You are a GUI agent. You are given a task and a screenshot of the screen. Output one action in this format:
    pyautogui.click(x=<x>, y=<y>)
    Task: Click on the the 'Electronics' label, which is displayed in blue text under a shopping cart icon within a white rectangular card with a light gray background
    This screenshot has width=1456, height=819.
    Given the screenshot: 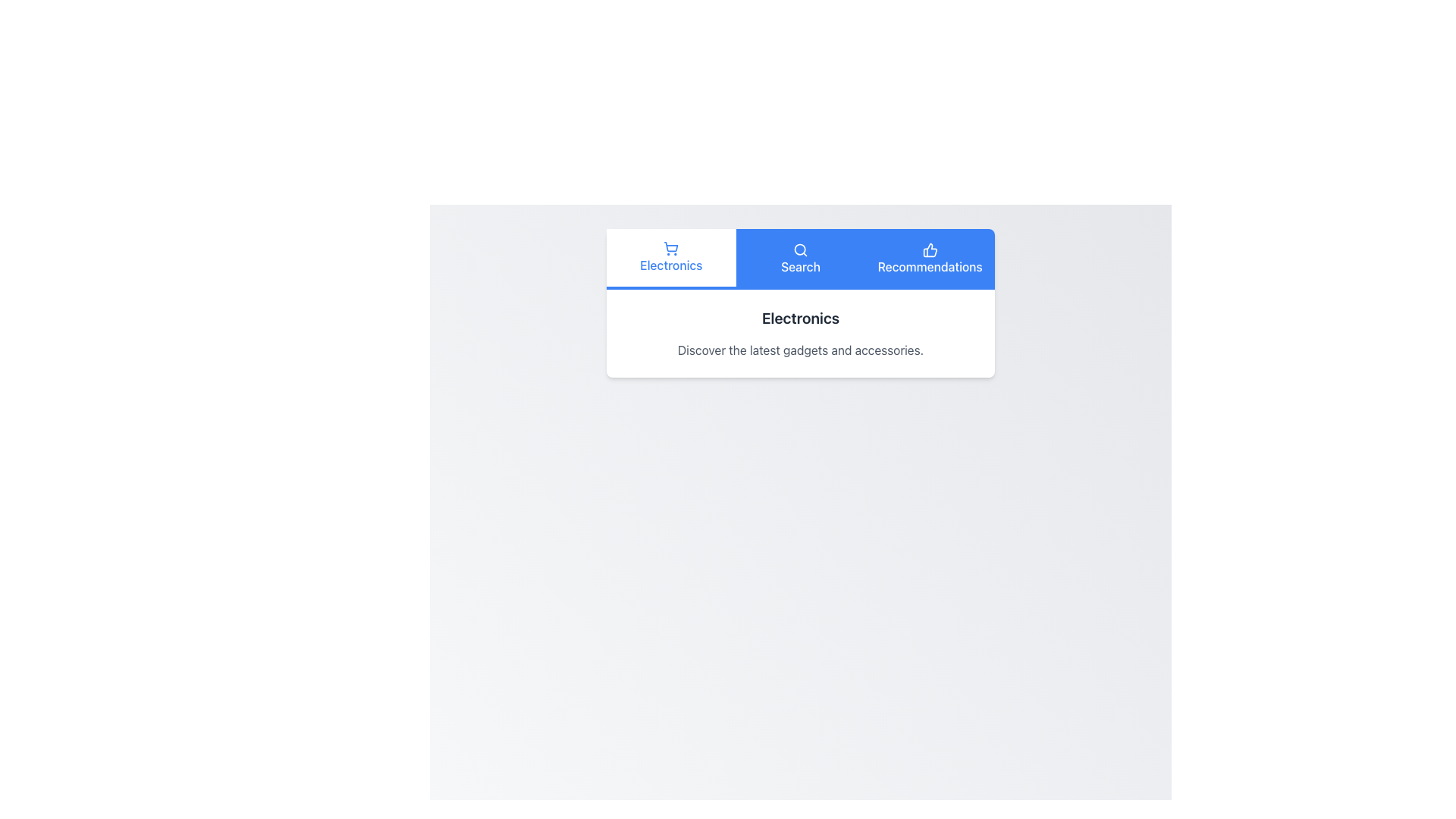 What is the action you would take?
    pyautogui.click(x=670, y=265)
    